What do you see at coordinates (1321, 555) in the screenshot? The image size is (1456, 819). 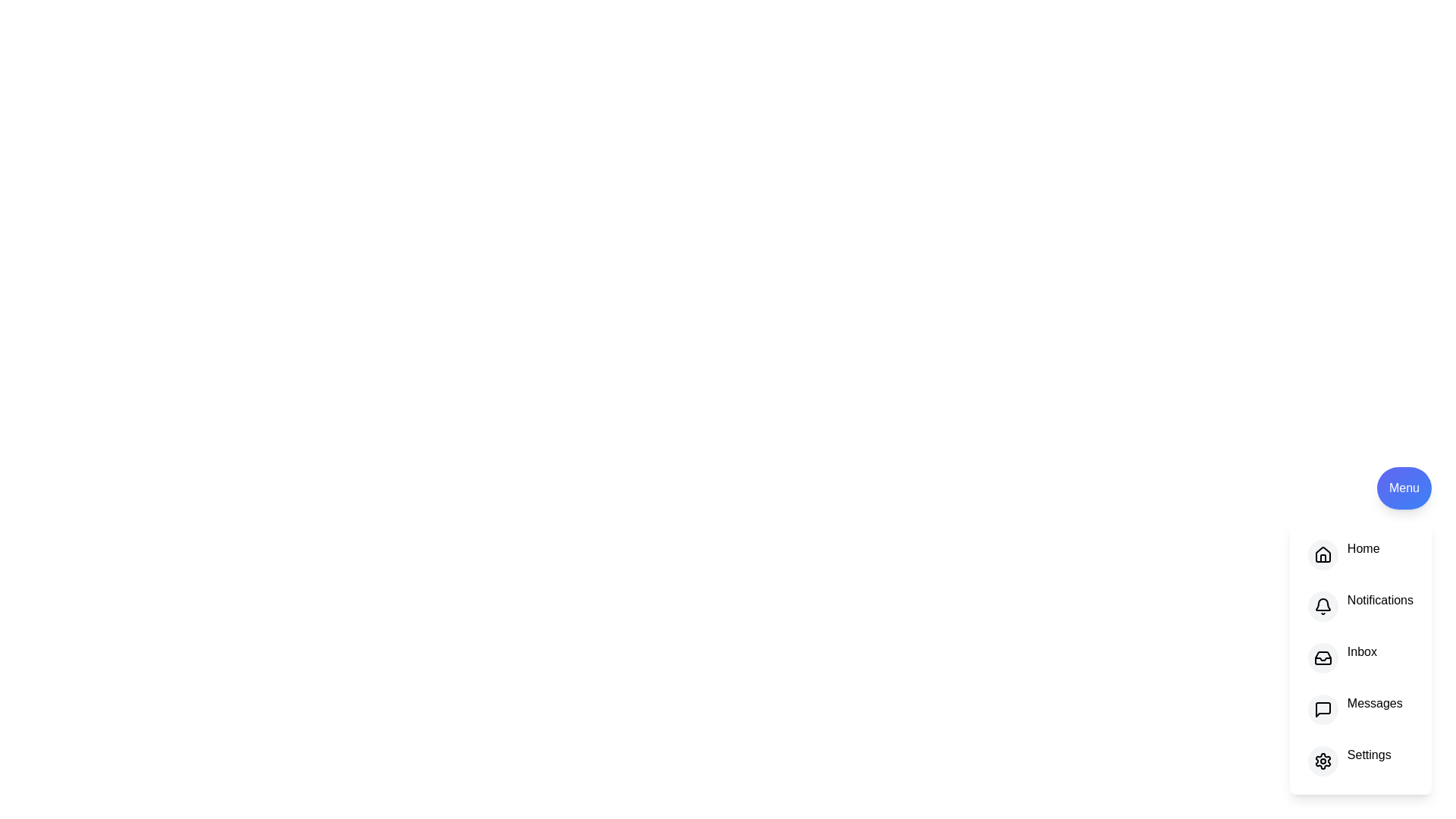 I see `the option Home from the menu` at bounding box center [1321, 555].